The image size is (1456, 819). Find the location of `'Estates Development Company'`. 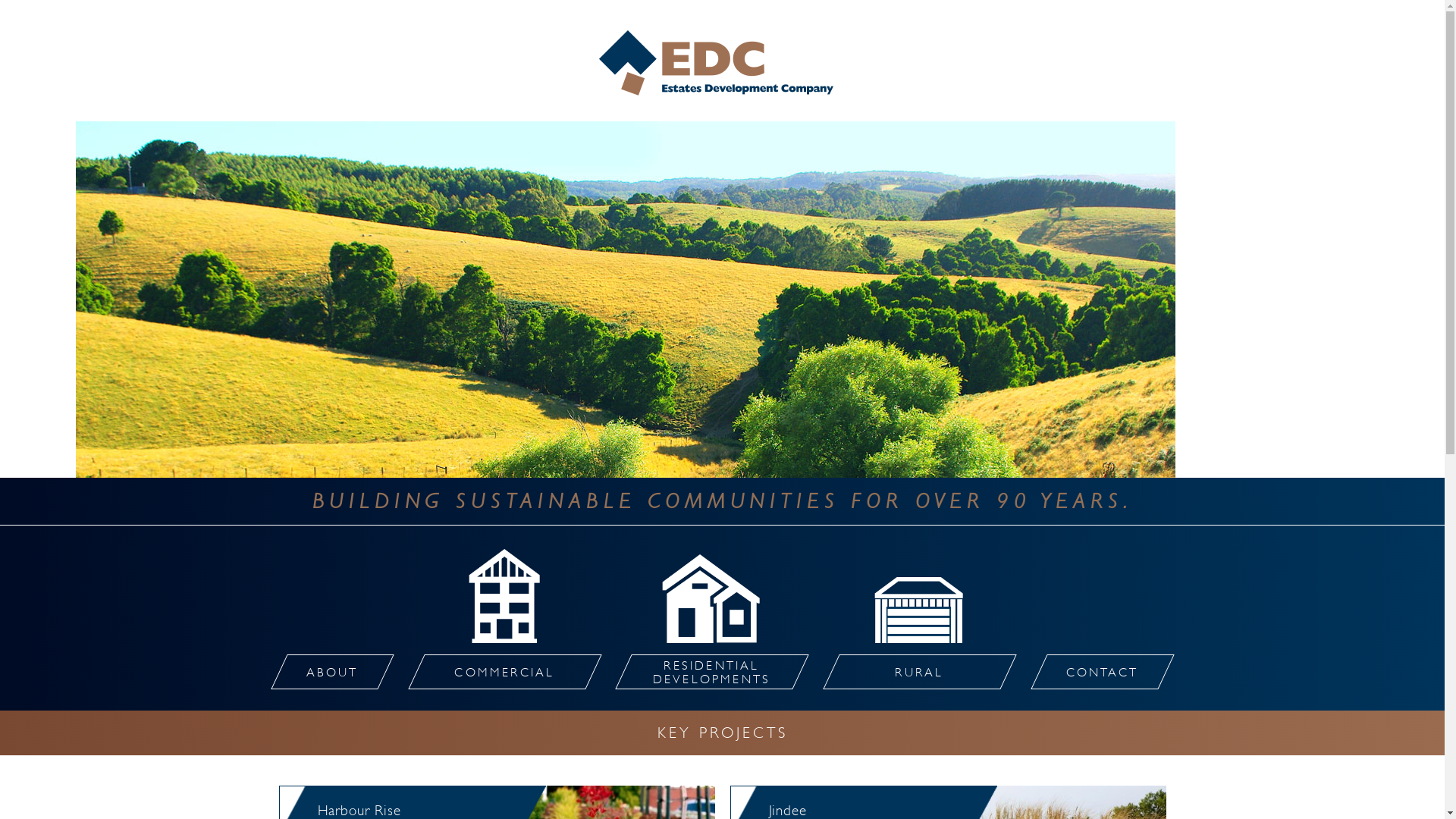

'Estates Development Company' is located at coordinates (722, 62).